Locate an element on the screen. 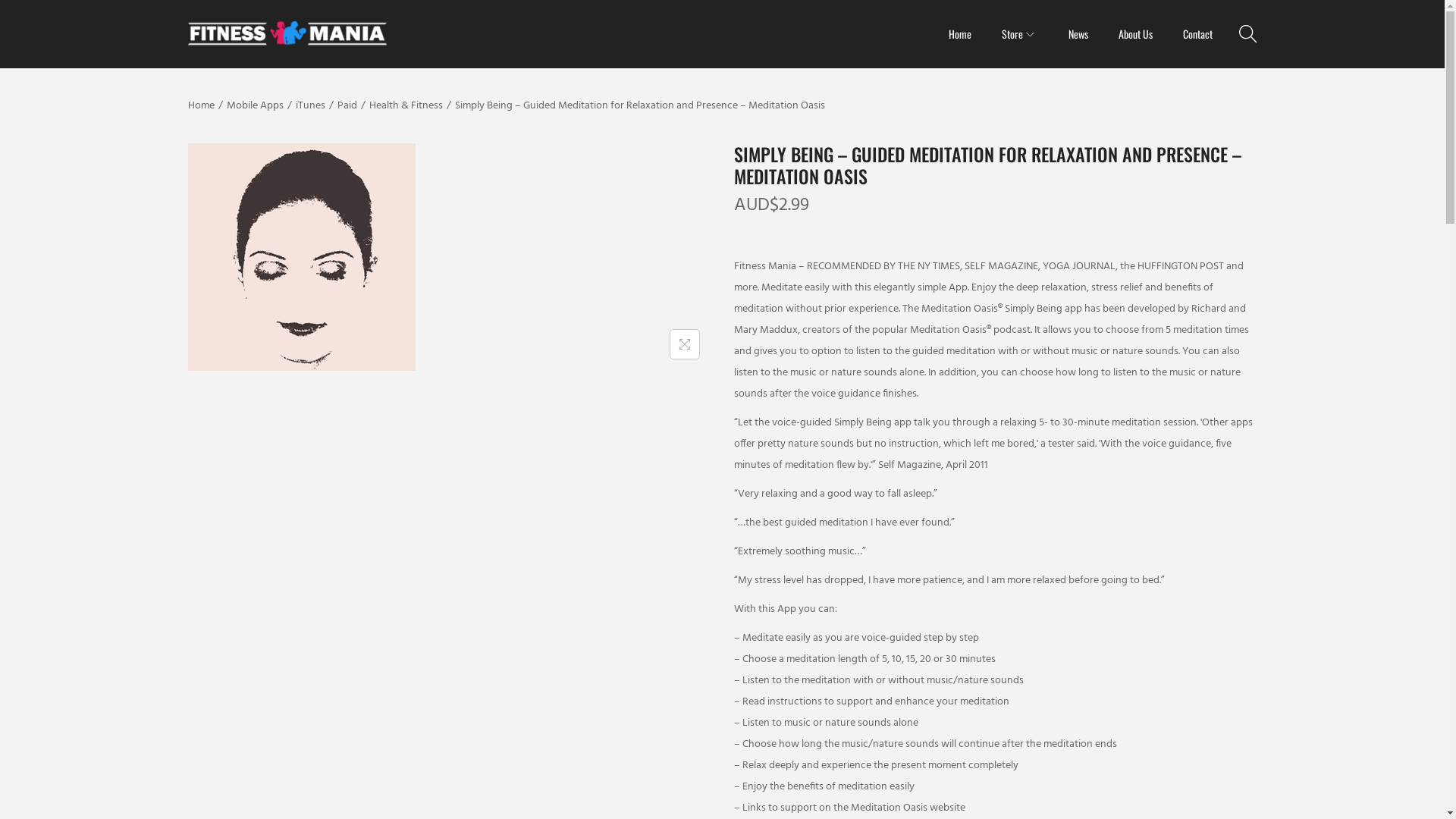  'Health & Fitness' is located at coordinates (368, 105).